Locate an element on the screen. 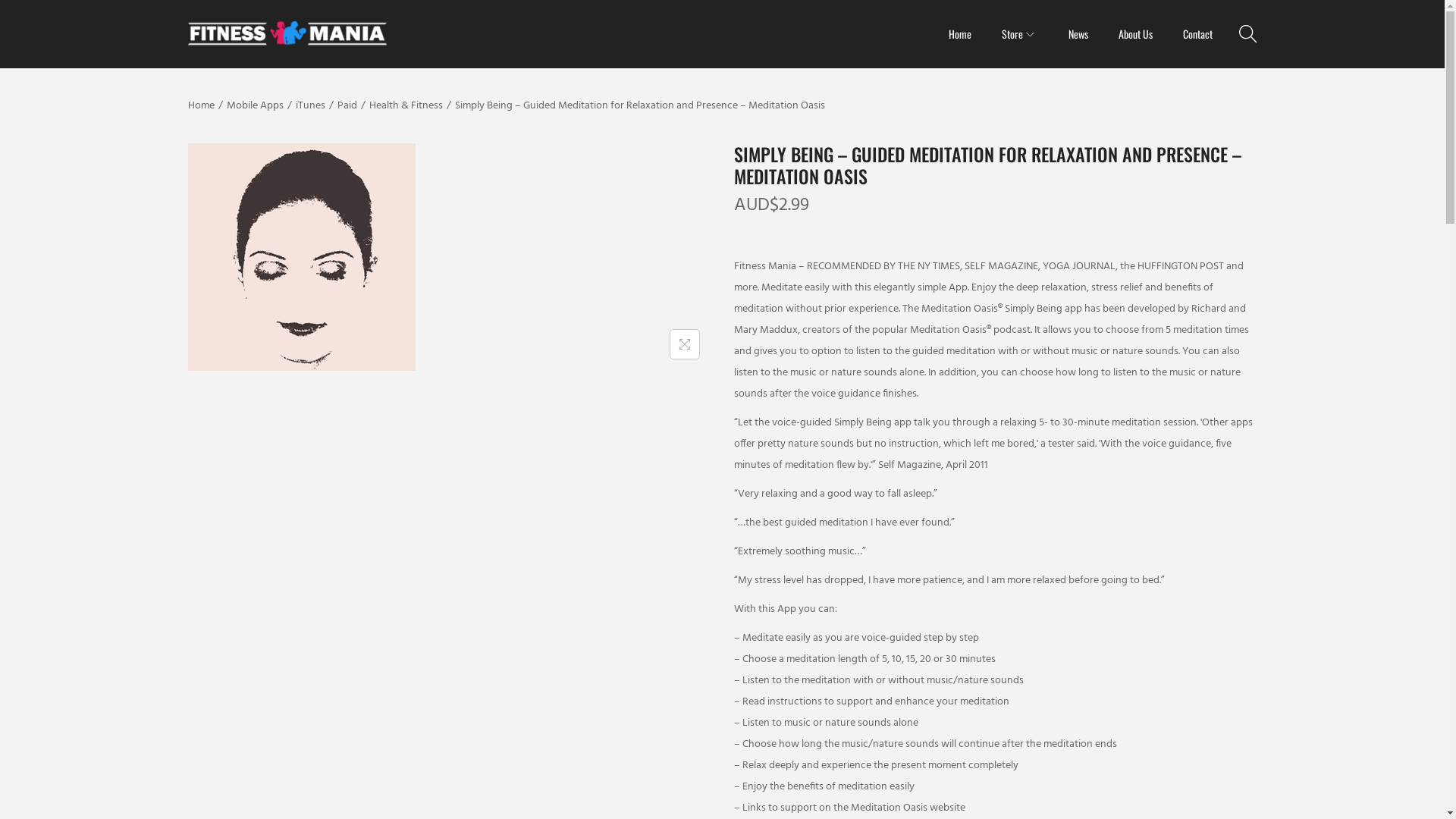  'Health & Fitness' is located at coordinates (368, 105).